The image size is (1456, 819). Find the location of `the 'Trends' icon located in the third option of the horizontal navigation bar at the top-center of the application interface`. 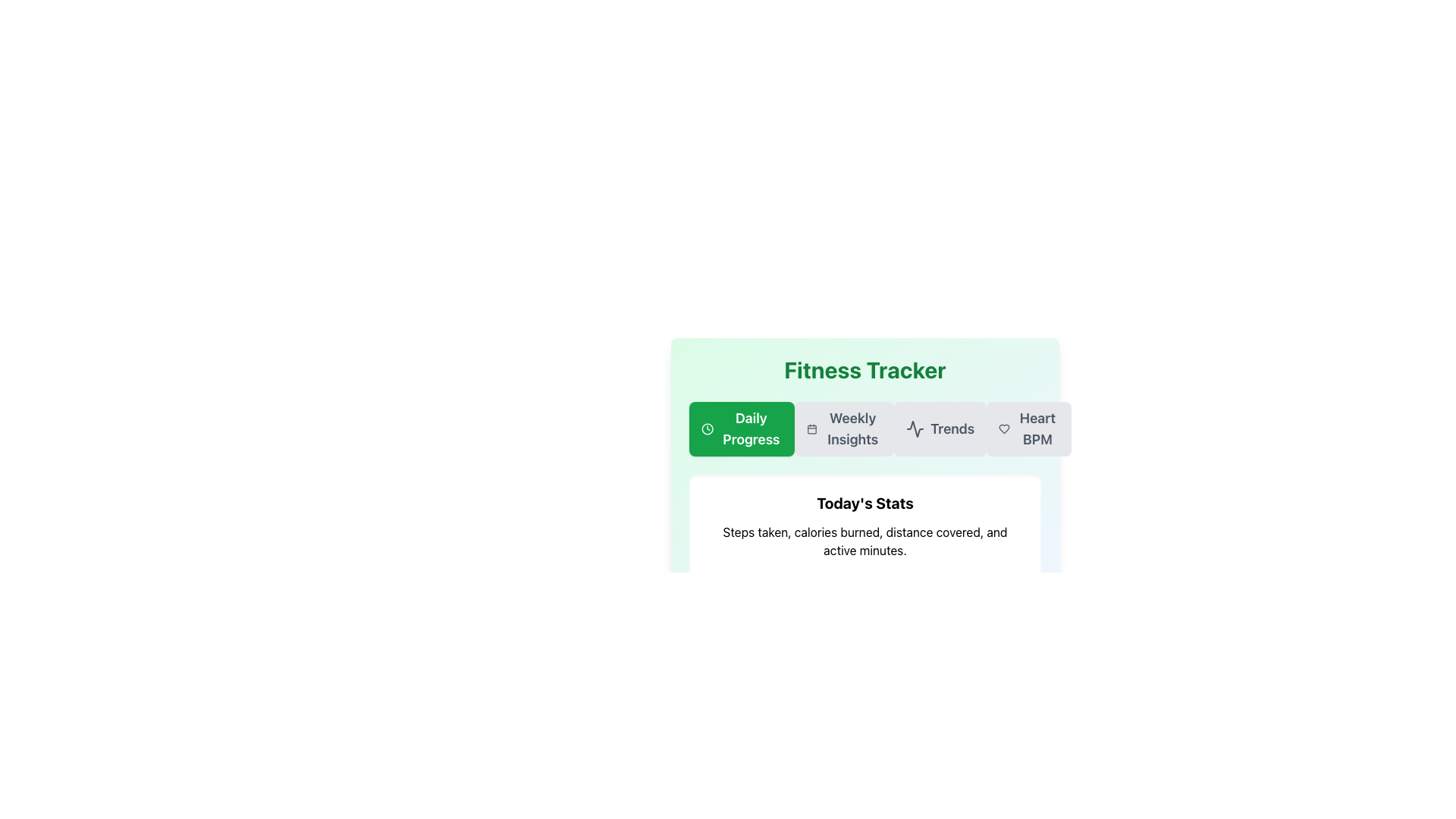

the 'Trends' icon located in the third option of the horizontal navigation bar at the top-center of the application interface is located at coordinates (915, 429).